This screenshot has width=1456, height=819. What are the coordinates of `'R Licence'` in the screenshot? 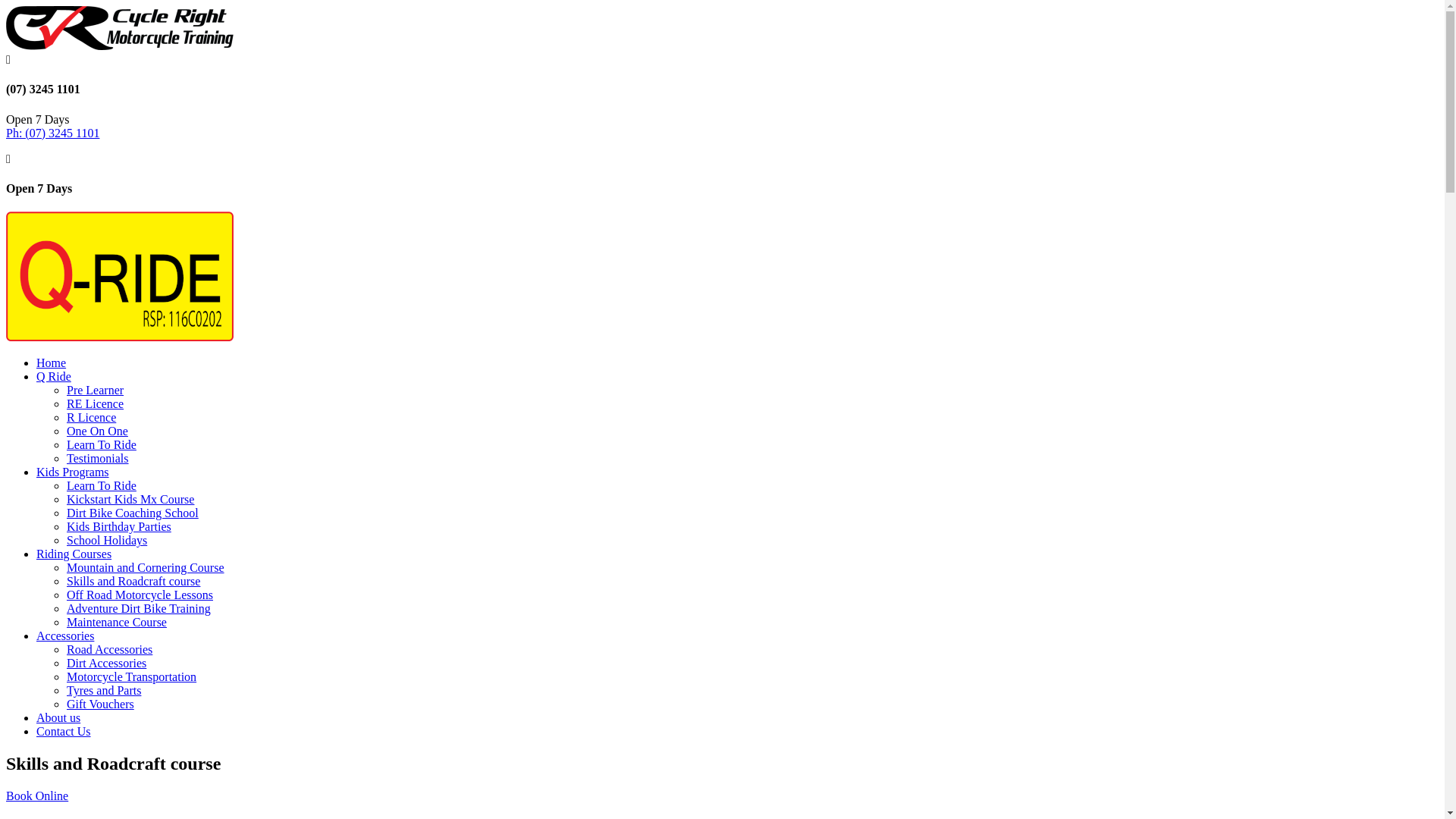 It's located at (65, 417).